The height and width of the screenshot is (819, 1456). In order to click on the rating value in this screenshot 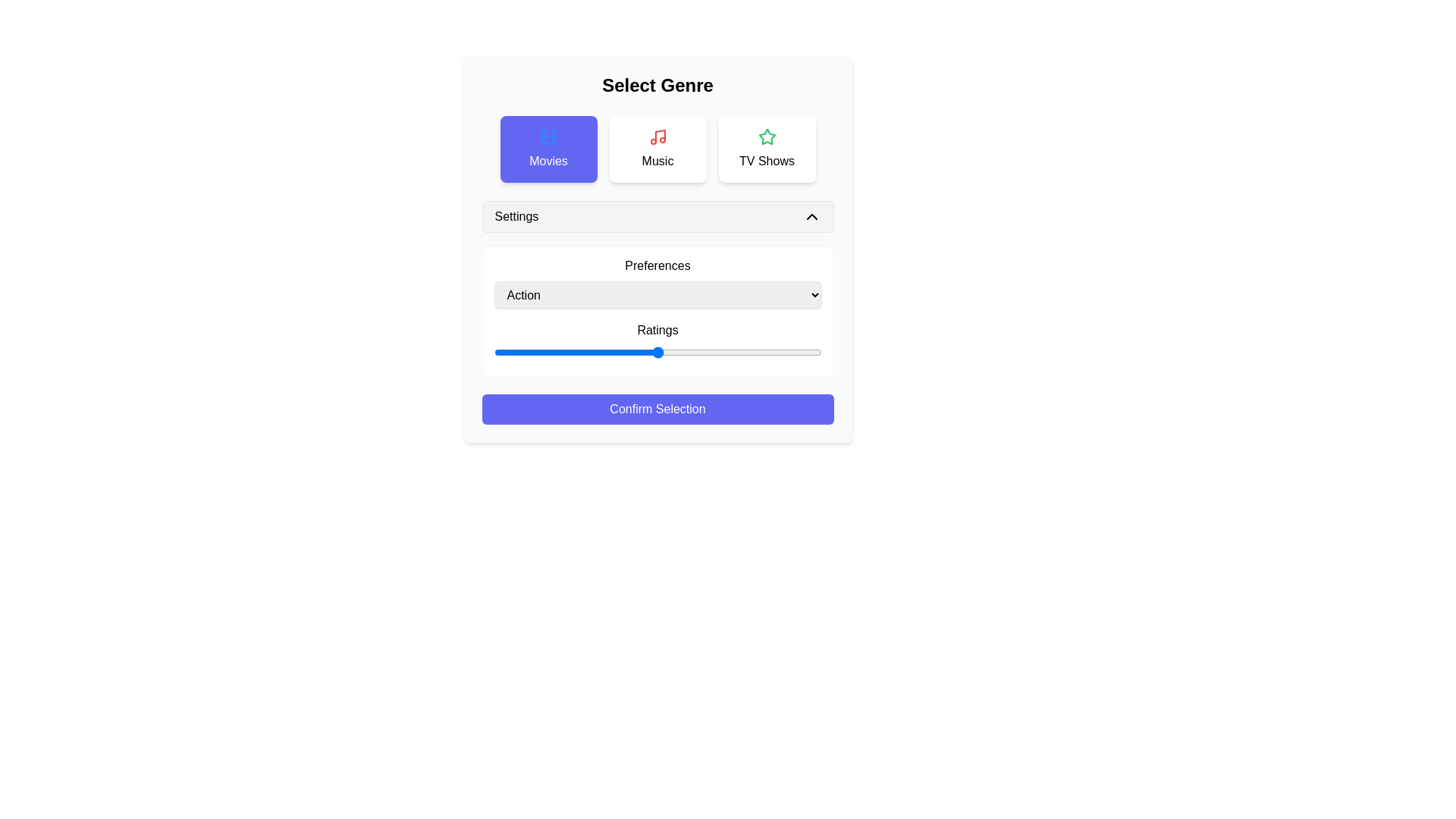, I will do `click(789, 353)`.